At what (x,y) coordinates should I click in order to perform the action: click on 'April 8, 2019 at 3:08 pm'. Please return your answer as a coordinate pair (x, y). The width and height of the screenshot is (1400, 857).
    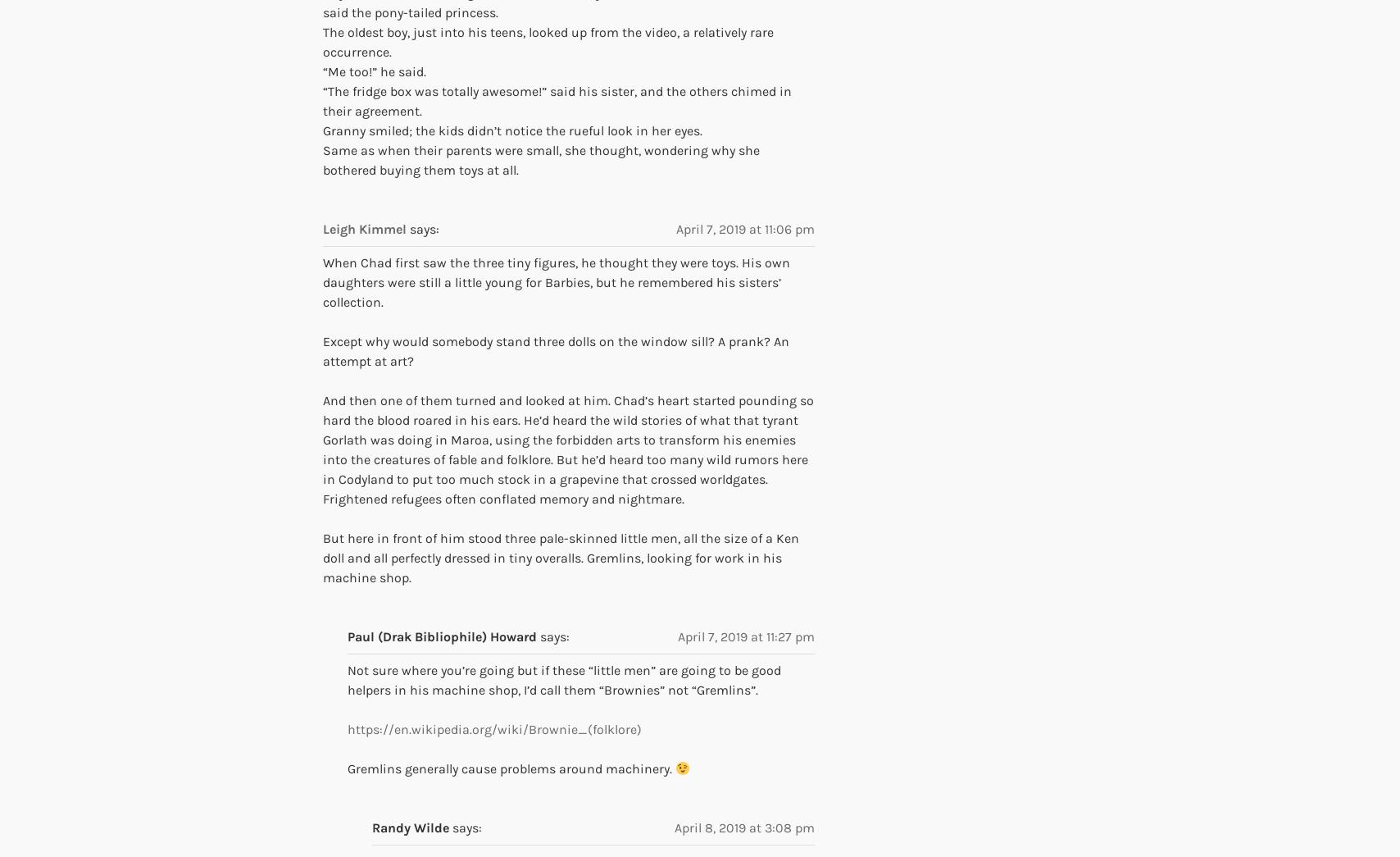
    Looking at the image, I should click on (675, 827).